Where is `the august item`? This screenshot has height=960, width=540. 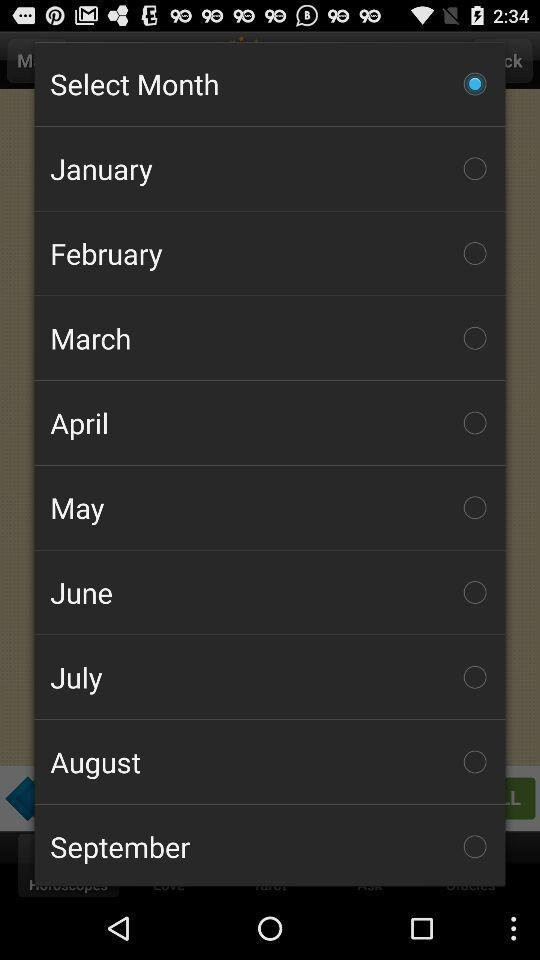
the august item is located at coordinates (270, 760).